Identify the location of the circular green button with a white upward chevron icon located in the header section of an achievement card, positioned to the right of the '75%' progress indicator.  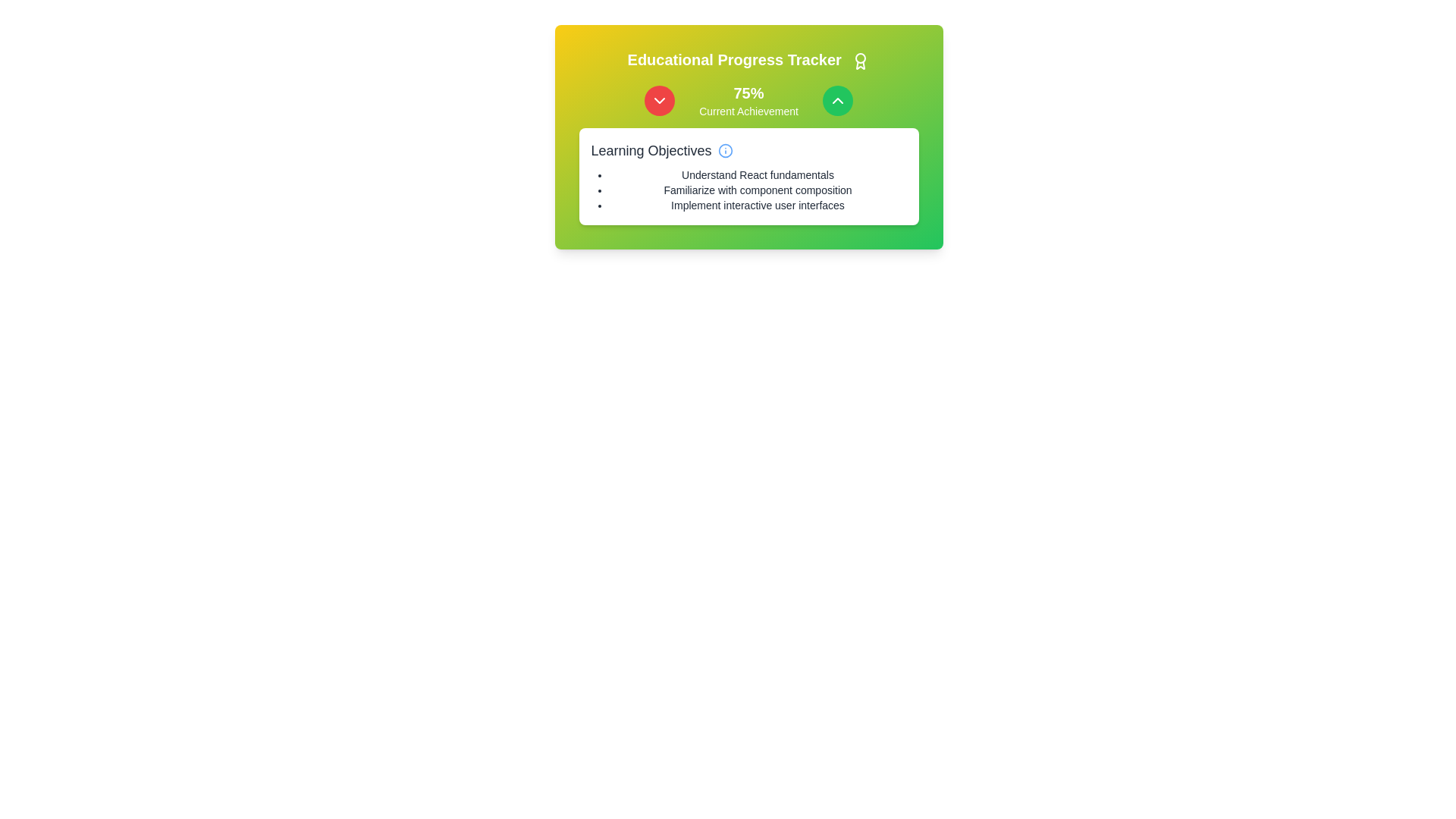
(836, 100).